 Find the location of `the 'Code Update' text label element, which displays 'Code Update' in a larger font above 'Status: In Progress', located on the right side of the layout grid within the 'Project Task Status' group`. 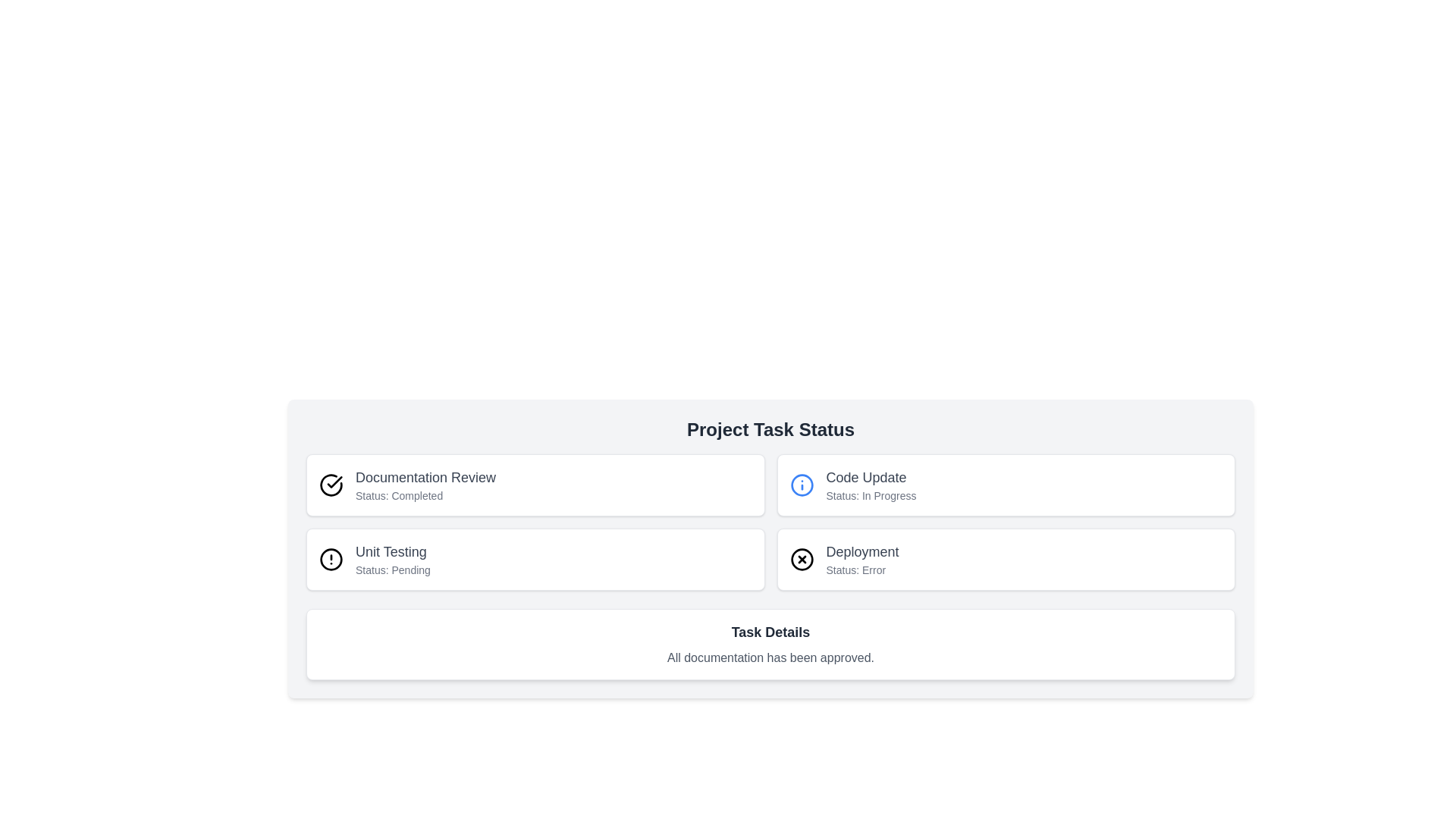

the 'Code Update' text label element, which displays 'Code Update' in a larger font above 'Status: In Progress', located on the right side of the layout grid within the 'Project Task Status' group is located at coordinates (871, 485).